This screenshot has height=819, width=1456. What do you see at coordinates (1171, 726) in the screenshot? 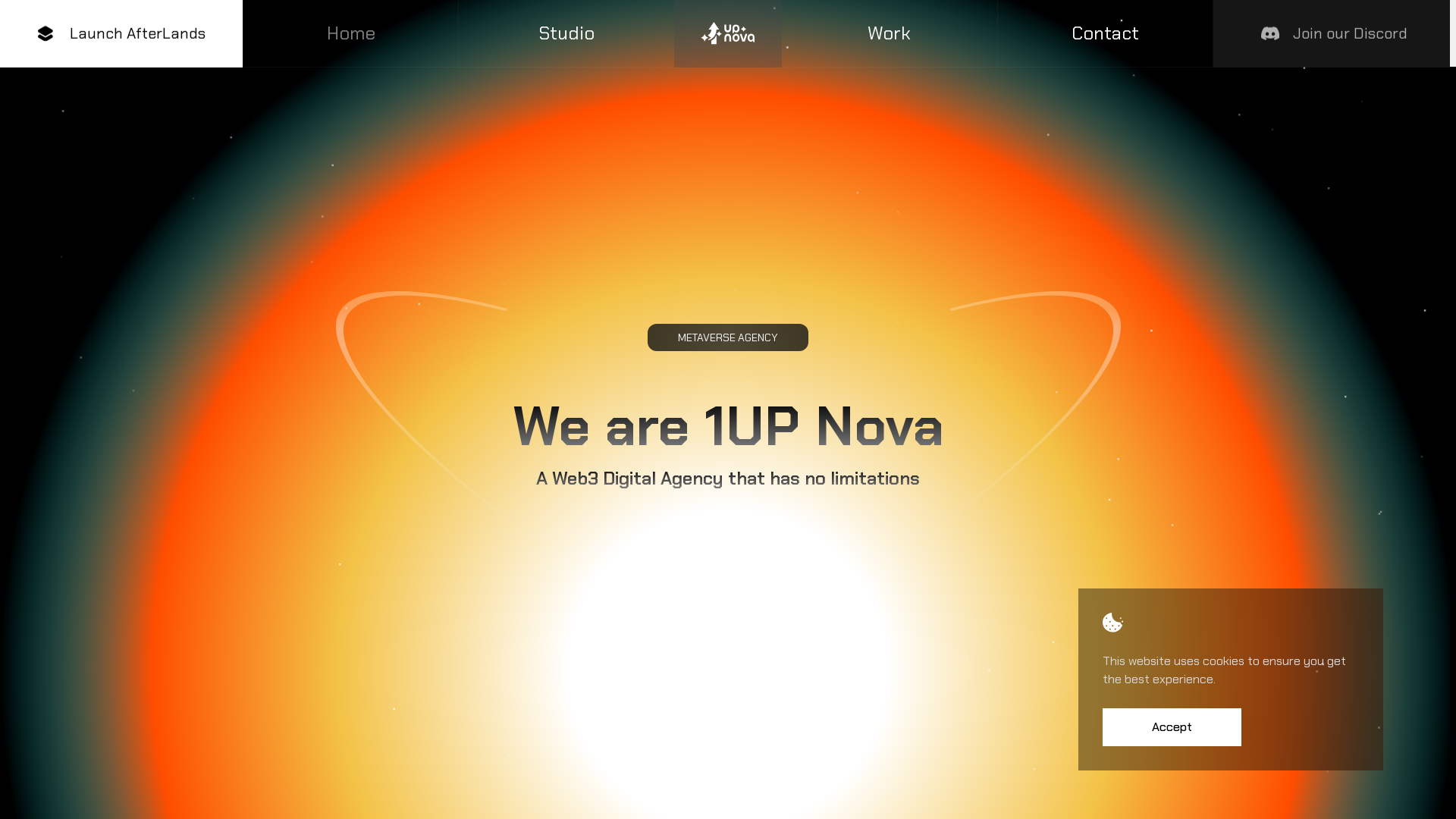
I see `'Accept'` at bounding box center [1171, 726].